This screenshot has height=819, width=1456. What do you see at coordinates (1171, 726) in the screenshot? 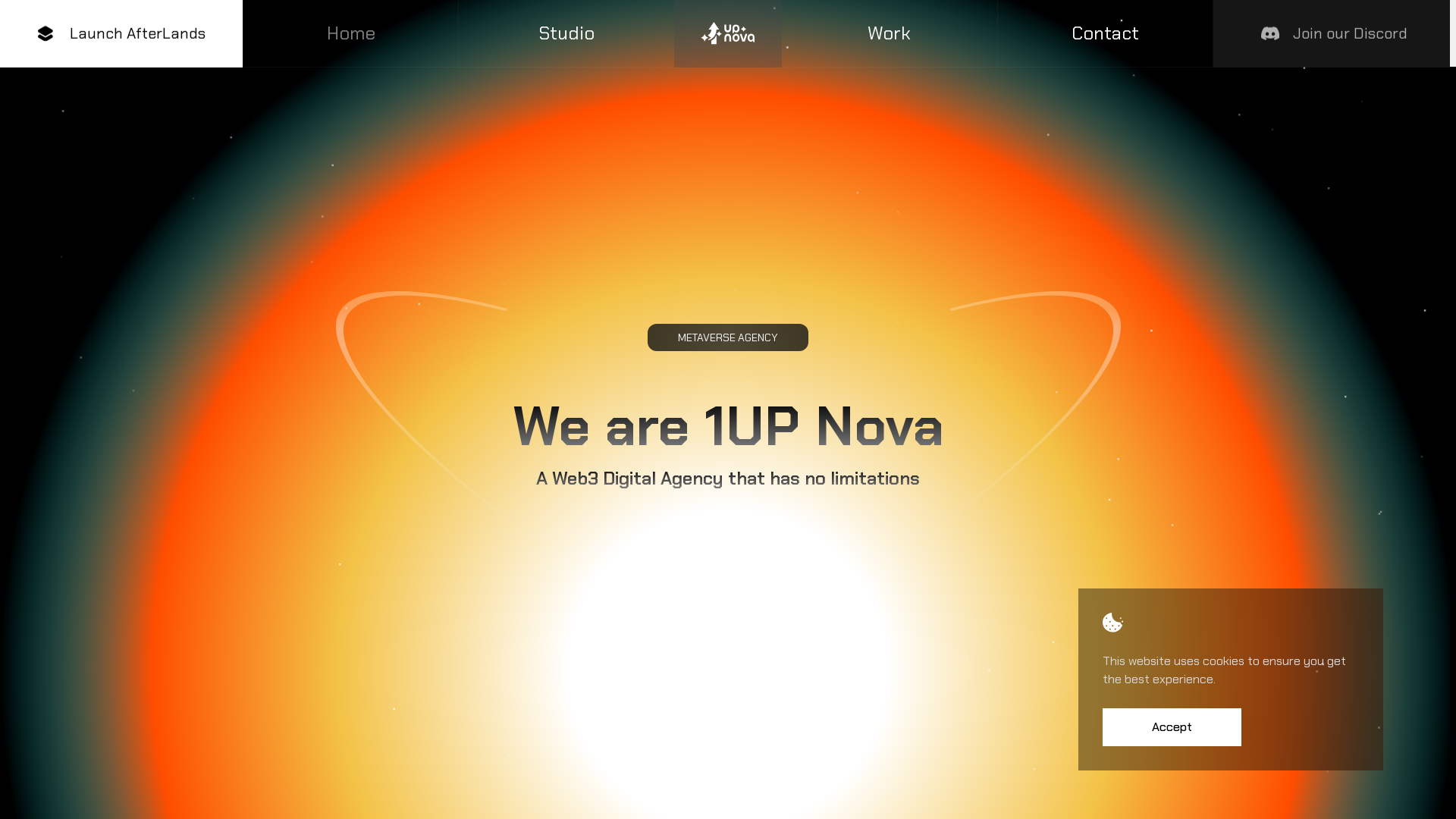
I see `'Accept'` at bounding box center [1171, 726].